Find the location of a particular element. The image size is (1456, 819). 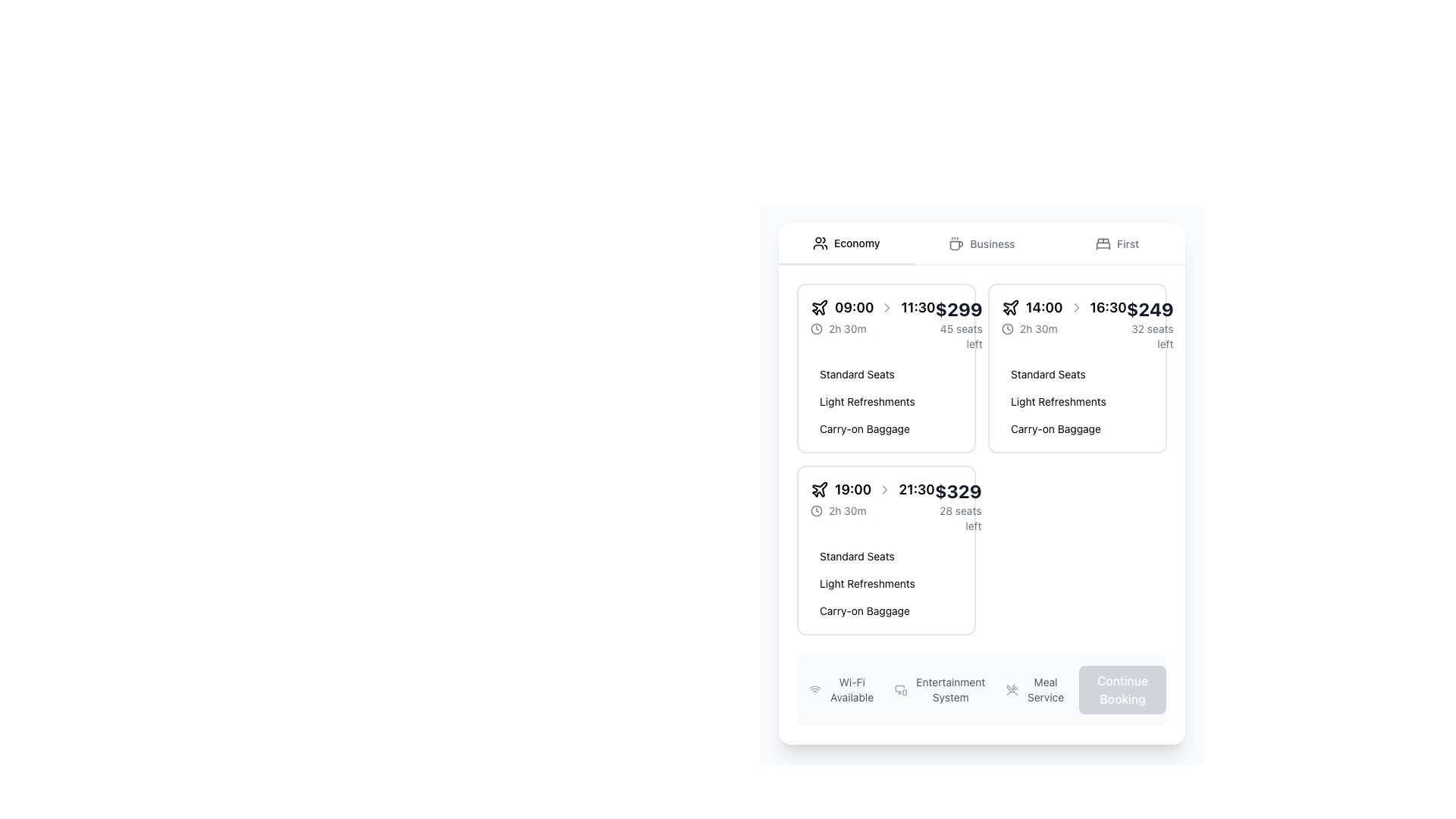

the flight option icon is located at coordinates (1011, 307).